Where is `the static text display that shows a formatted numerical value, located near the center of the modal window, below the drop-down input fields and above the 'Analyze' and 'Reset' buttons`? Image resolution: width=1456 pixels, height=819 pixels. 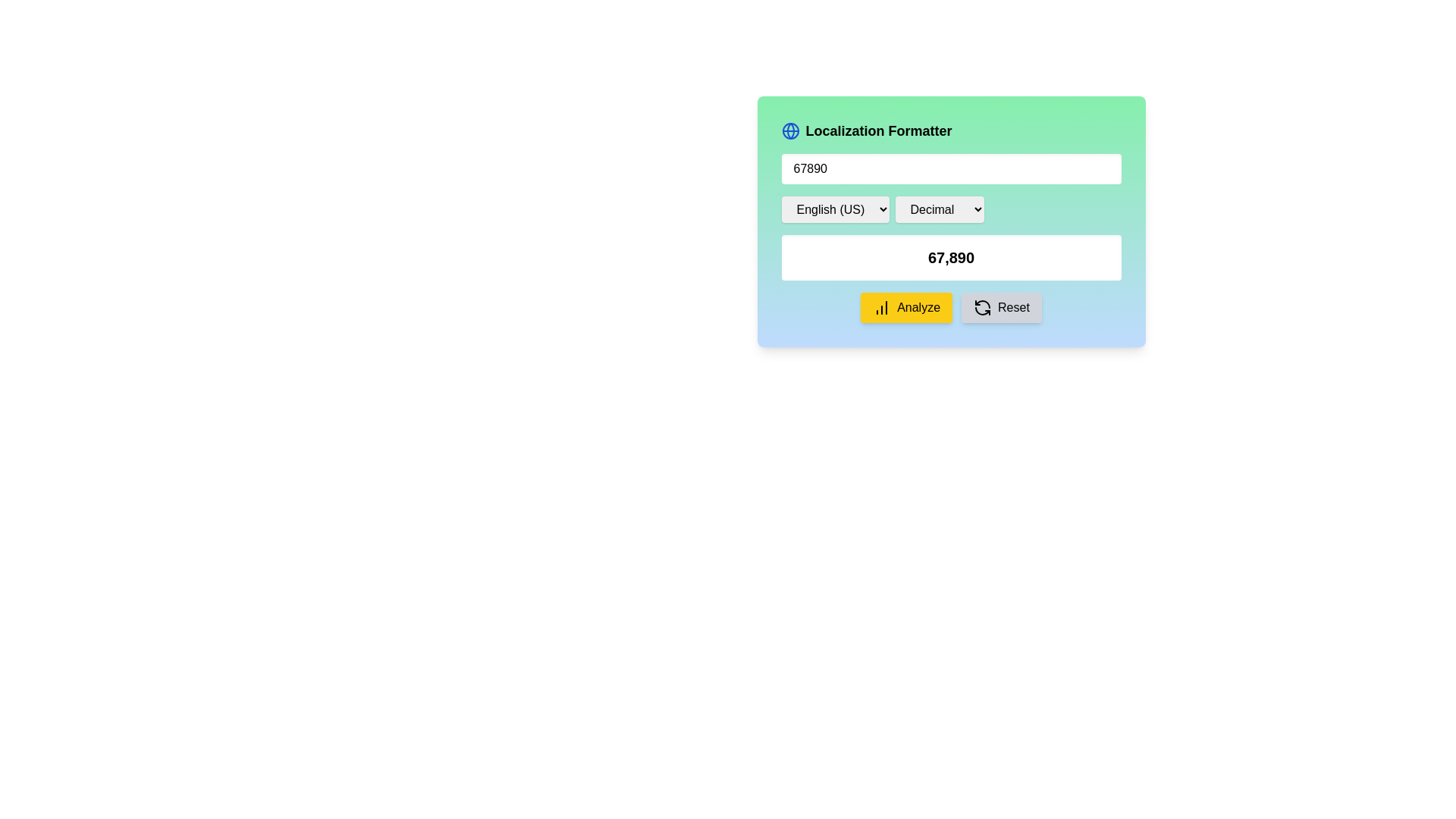 the static text display that shows a formatted numerical value, located near the center of the modal window, below the drop-down input fields and above the 'Analyze' and 'Reset' buttons is located at coordinates (950, 281).